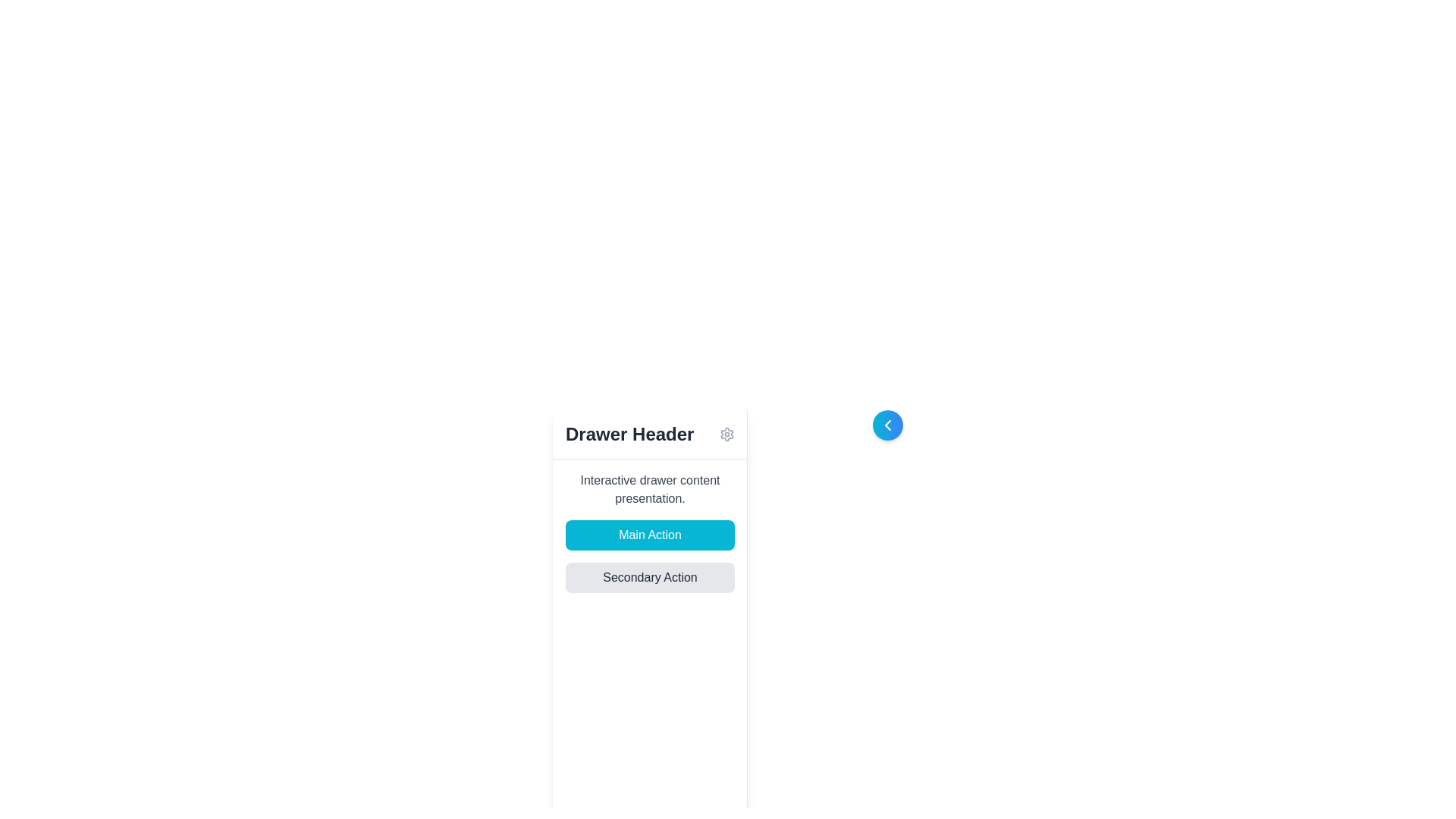 The width and height of the screenshot is (1456, 819). I want to click on the circular button with a gradient from cyan to blue, featuring a left-chevron icon in white, located to the right of the 'Drawer Header' text, so click(887, 425).